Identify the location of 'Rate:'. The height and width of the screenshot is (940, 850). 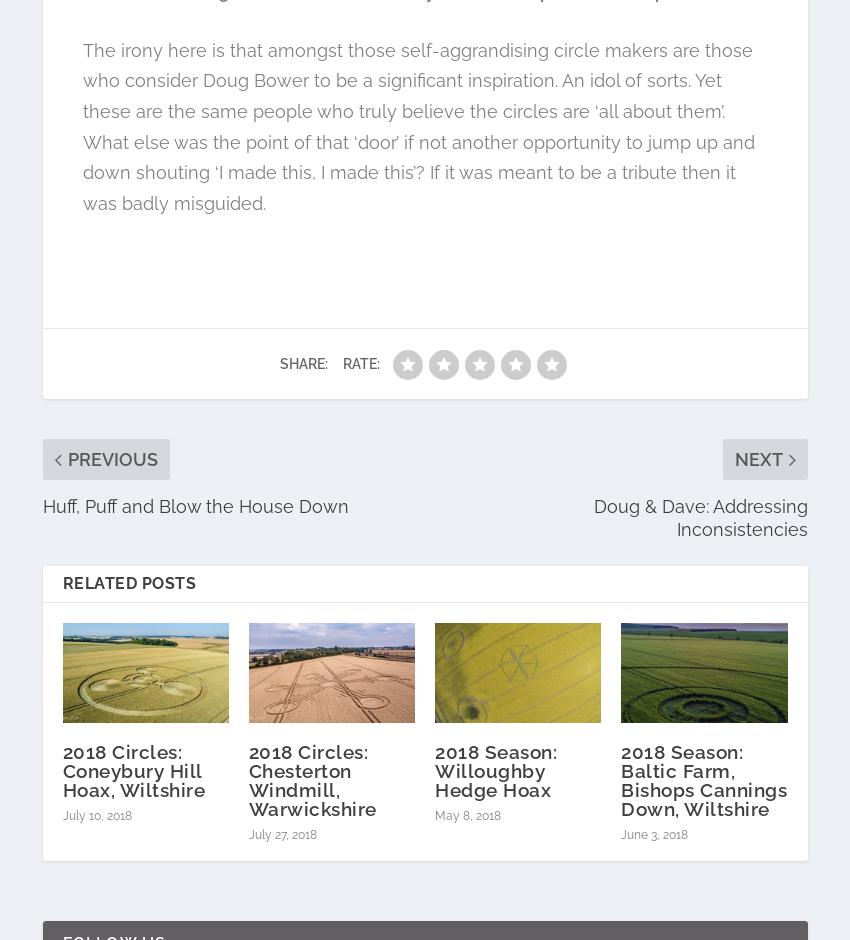
(360, 362).